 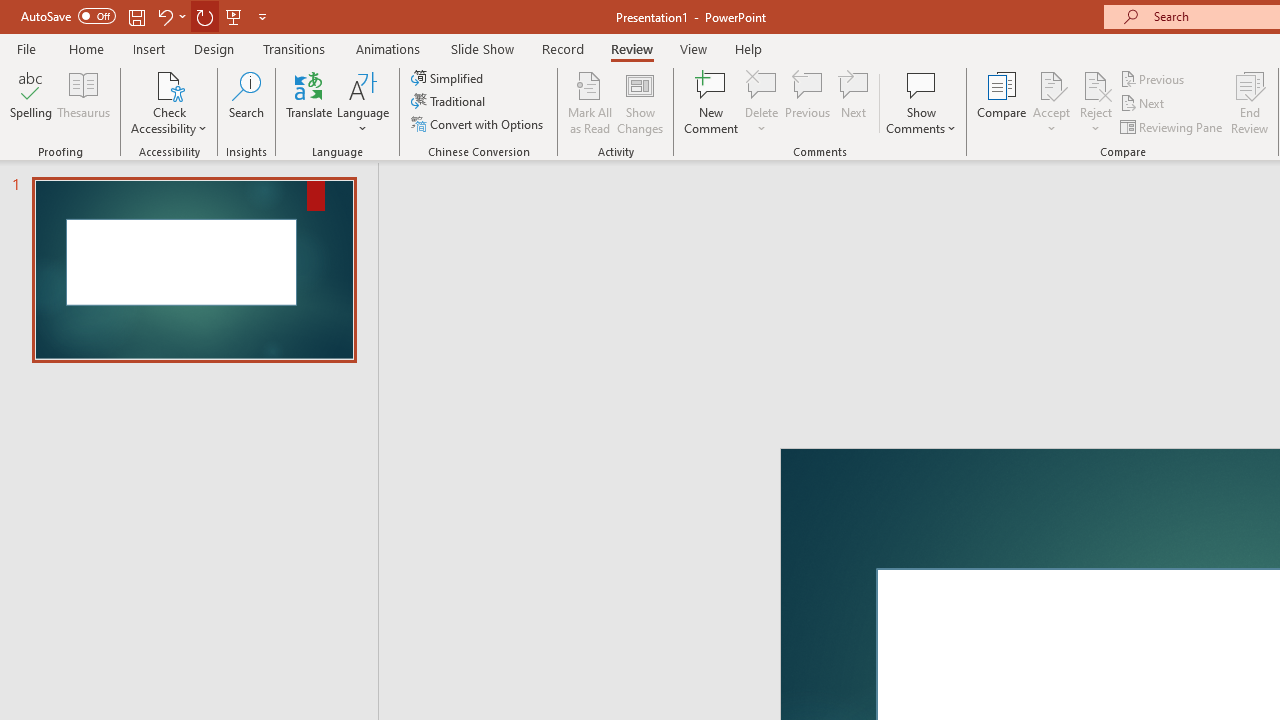 What do you see at coordinates (1248, 103) in the screenshot?
I see `'End Review'` at bounding box center [1248, 103].